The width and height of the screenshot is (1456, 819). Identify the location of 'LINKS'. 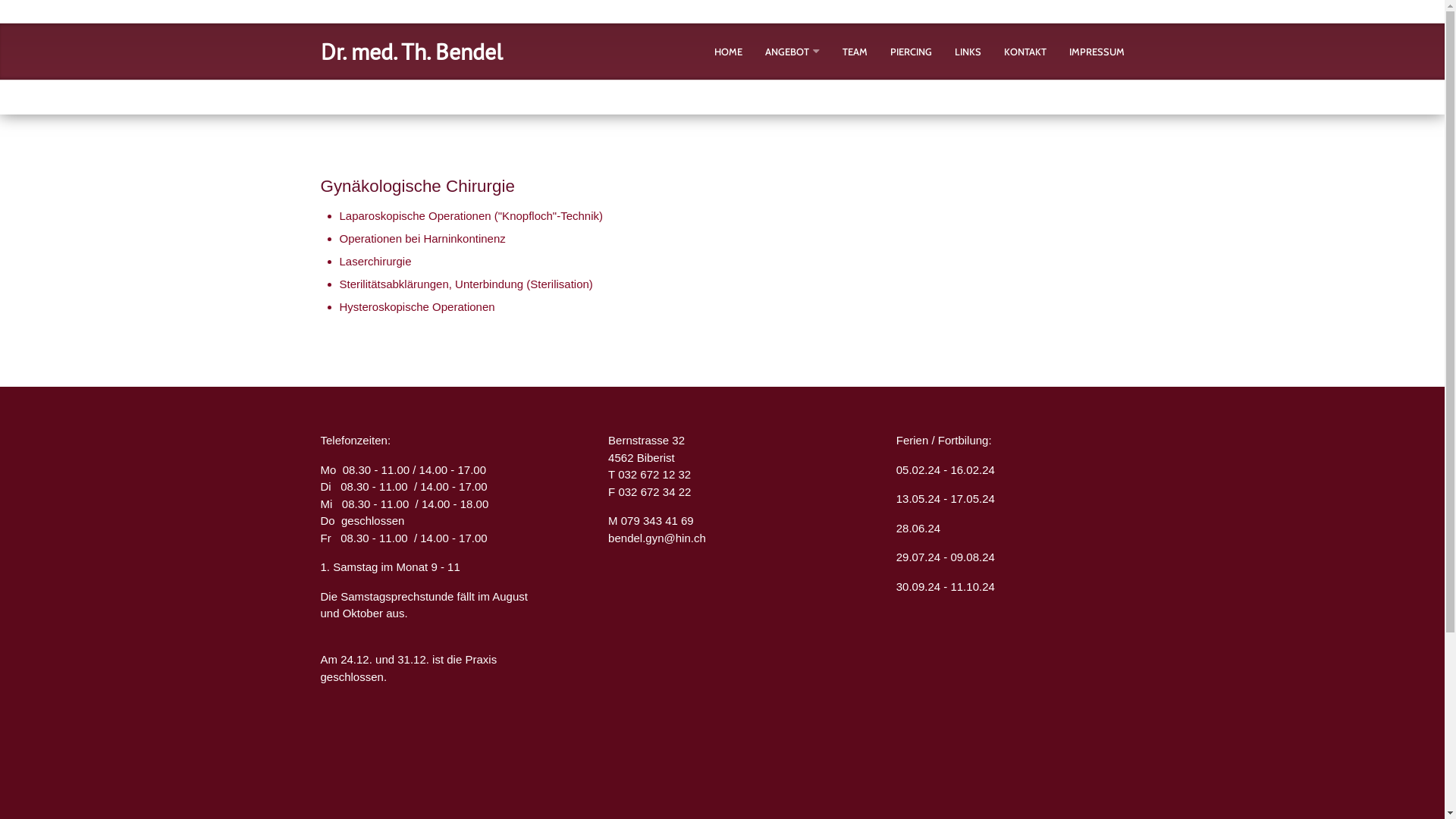
(966, 51).